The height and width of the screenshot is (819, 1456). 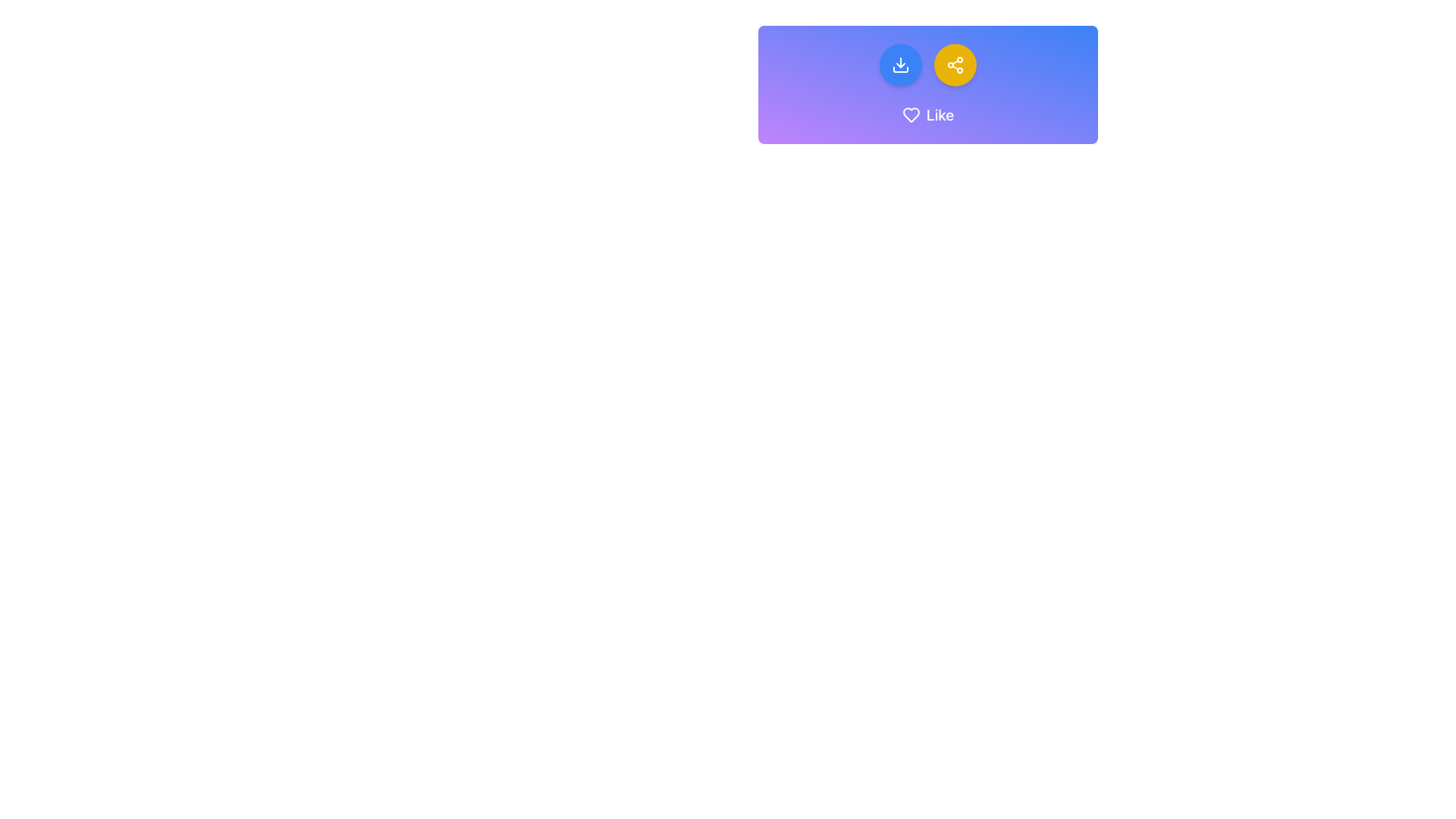 What do you see at coordinates (910, 114) in the screenshot?
I see `the heart-shaped icon representing the 'like' feature, located below two circular buttons and above the 'Like' text` at bounding box center [910, 114].